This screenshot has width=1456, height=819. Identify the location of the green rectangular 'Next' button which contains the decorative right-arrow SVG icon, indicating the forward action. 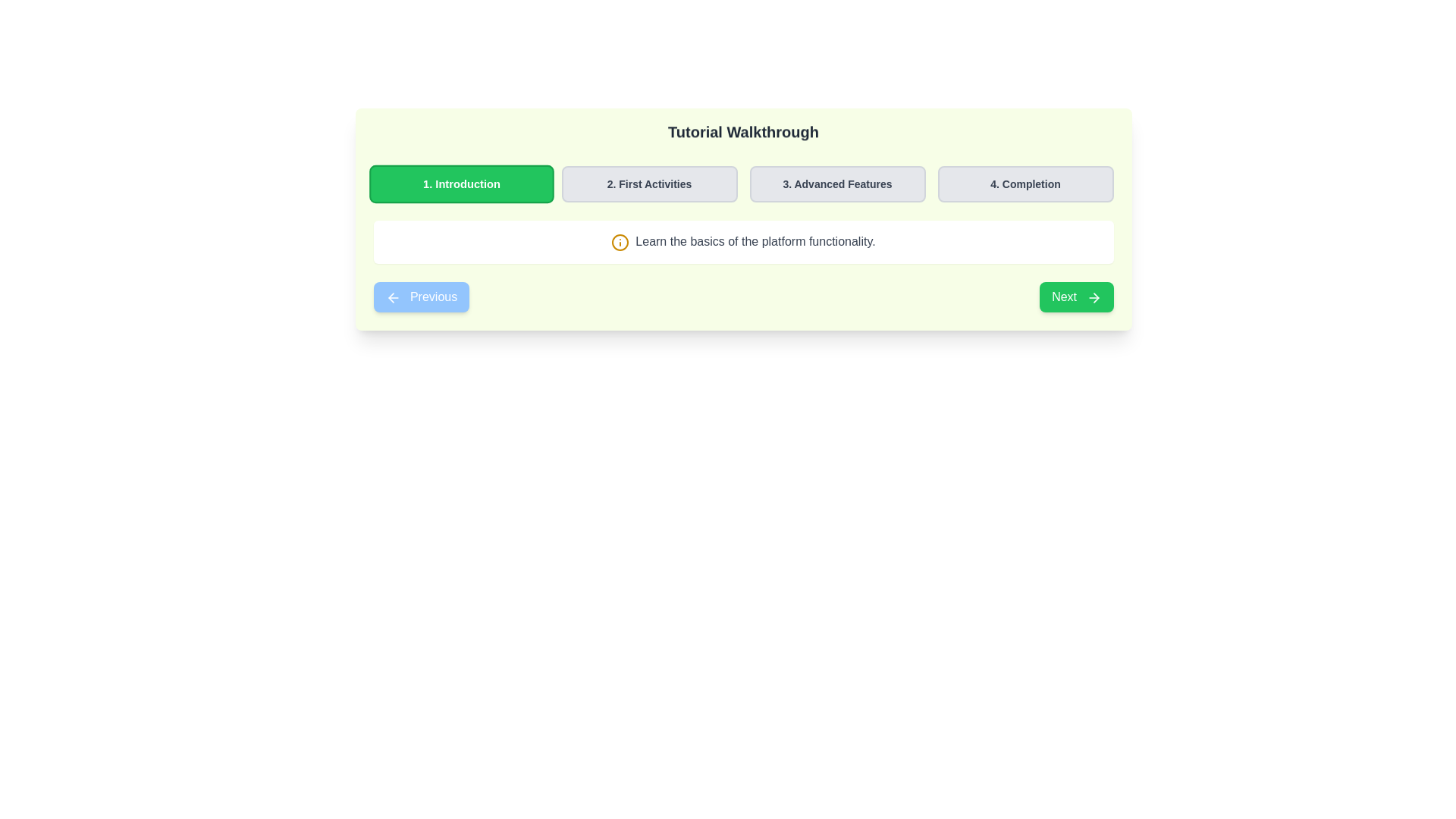
(1096, 297).